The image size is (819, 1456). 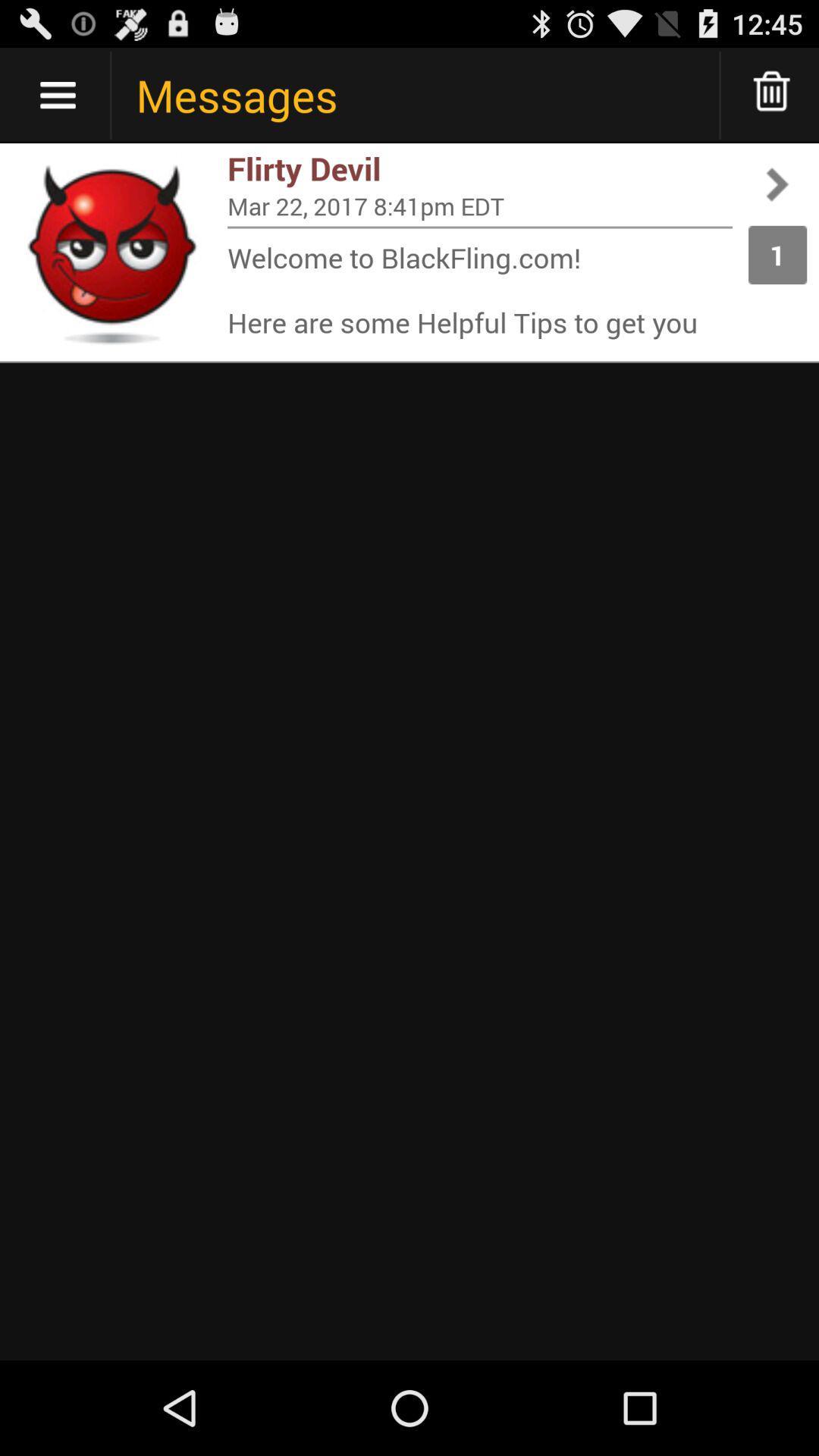 What do you see at coordinates (772, 94) in the screenshot?
I see `delete message` at bounding box center [772, 94].